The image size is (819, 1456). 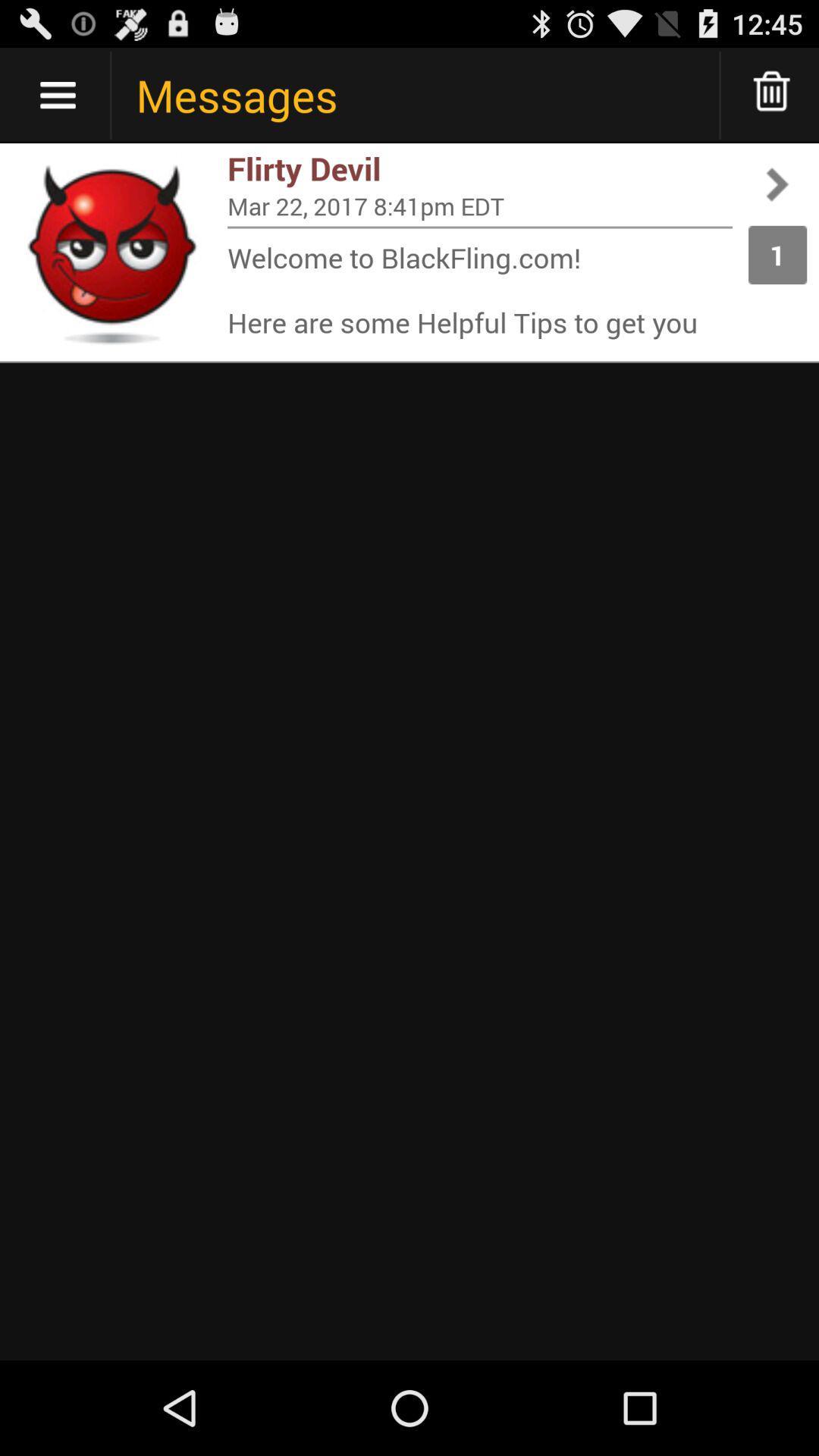 What do you see at coordinates (772, 94) in the screenshot?
I see `delete message` at bounding box center [772, 94].